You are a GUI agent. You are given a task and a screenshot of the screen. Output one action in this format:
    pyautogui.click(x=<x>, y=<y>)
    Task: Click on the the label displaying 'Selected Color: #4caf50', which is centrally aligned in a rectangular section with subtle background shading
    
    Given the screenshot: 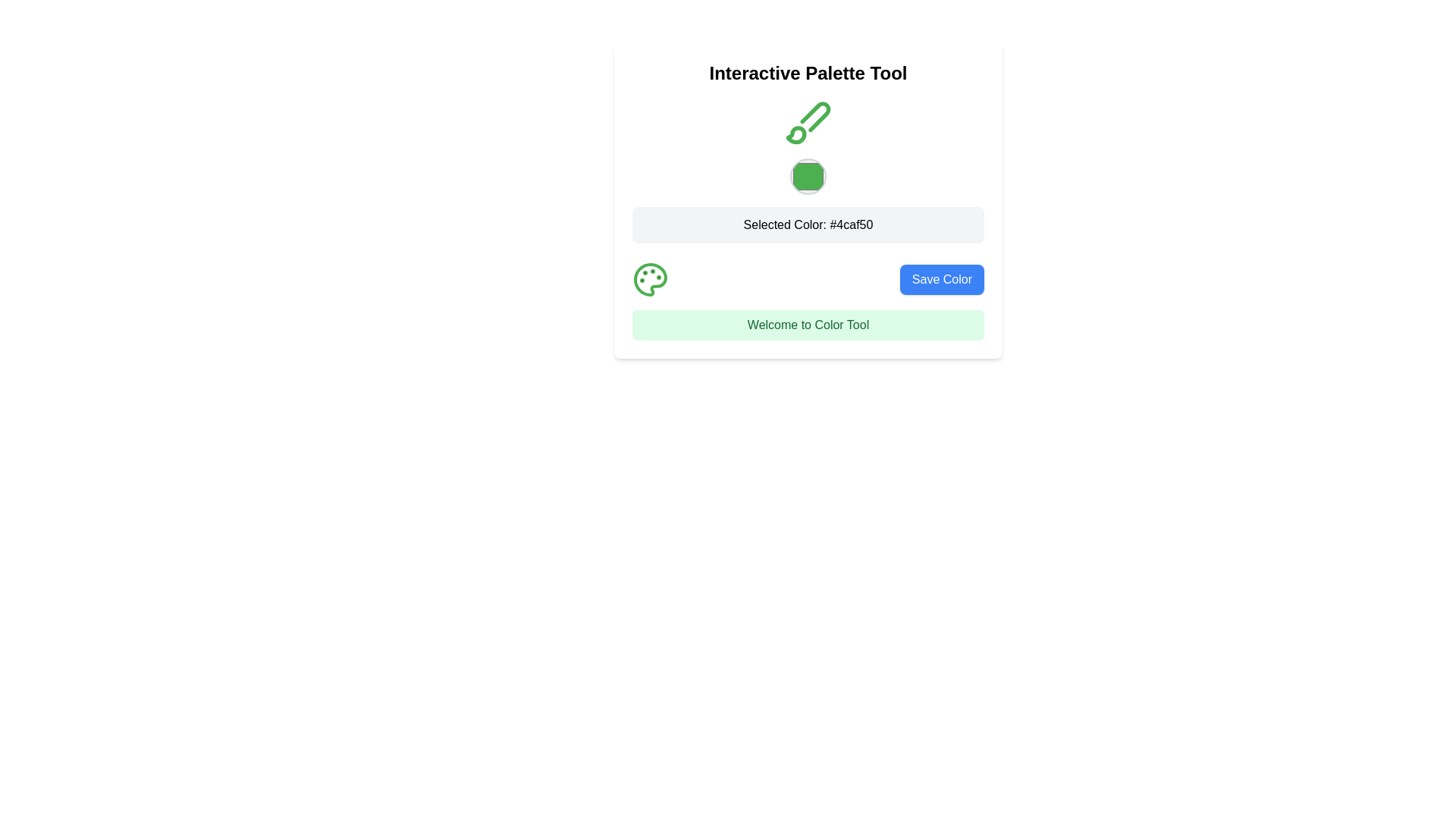 What is the action you would take?
    pyautogui.click(x=807, y=224)
    